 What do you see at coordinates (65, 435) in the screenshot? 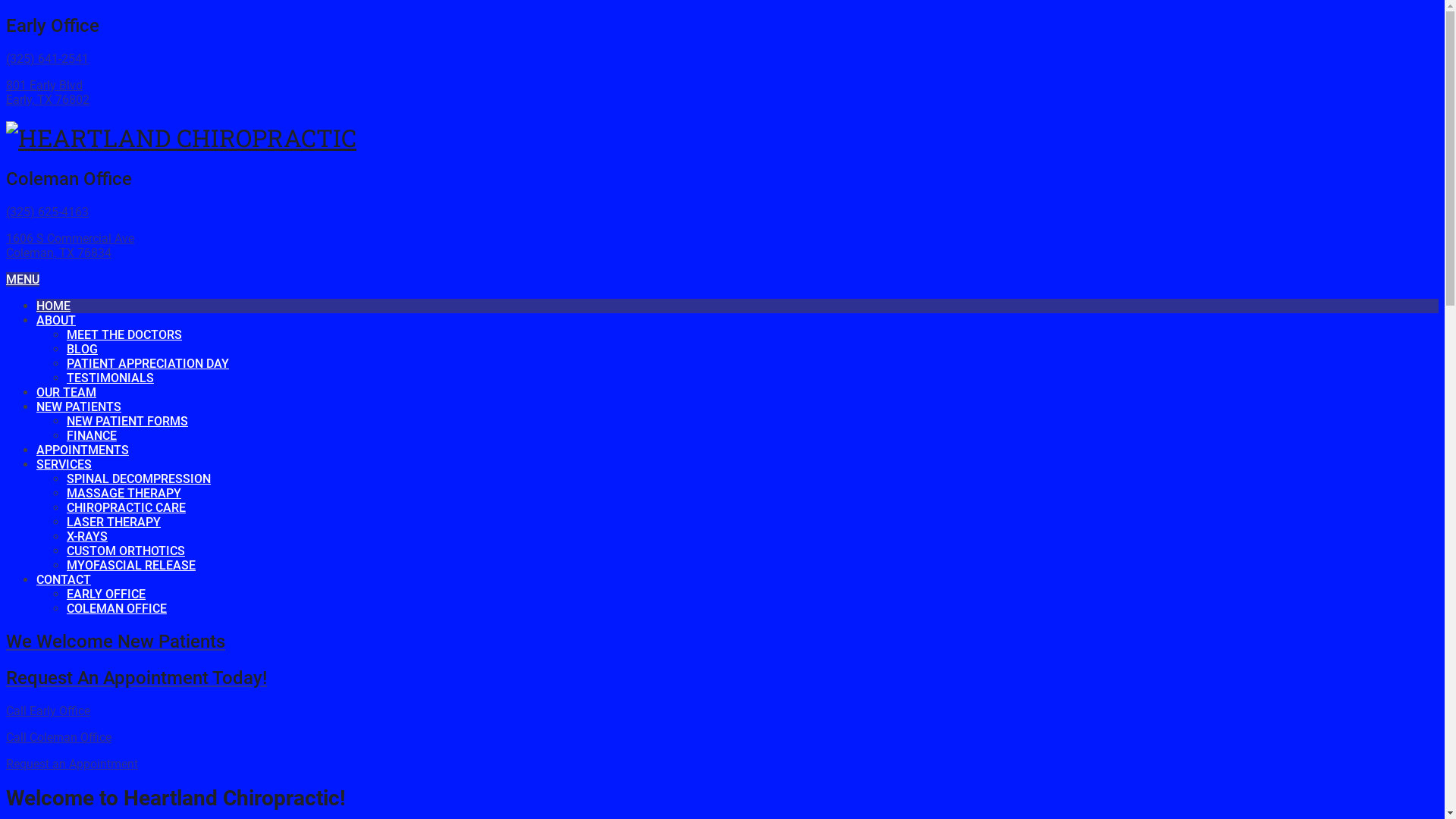
I see `'FINANCE'` at bounding box center [65, 435].